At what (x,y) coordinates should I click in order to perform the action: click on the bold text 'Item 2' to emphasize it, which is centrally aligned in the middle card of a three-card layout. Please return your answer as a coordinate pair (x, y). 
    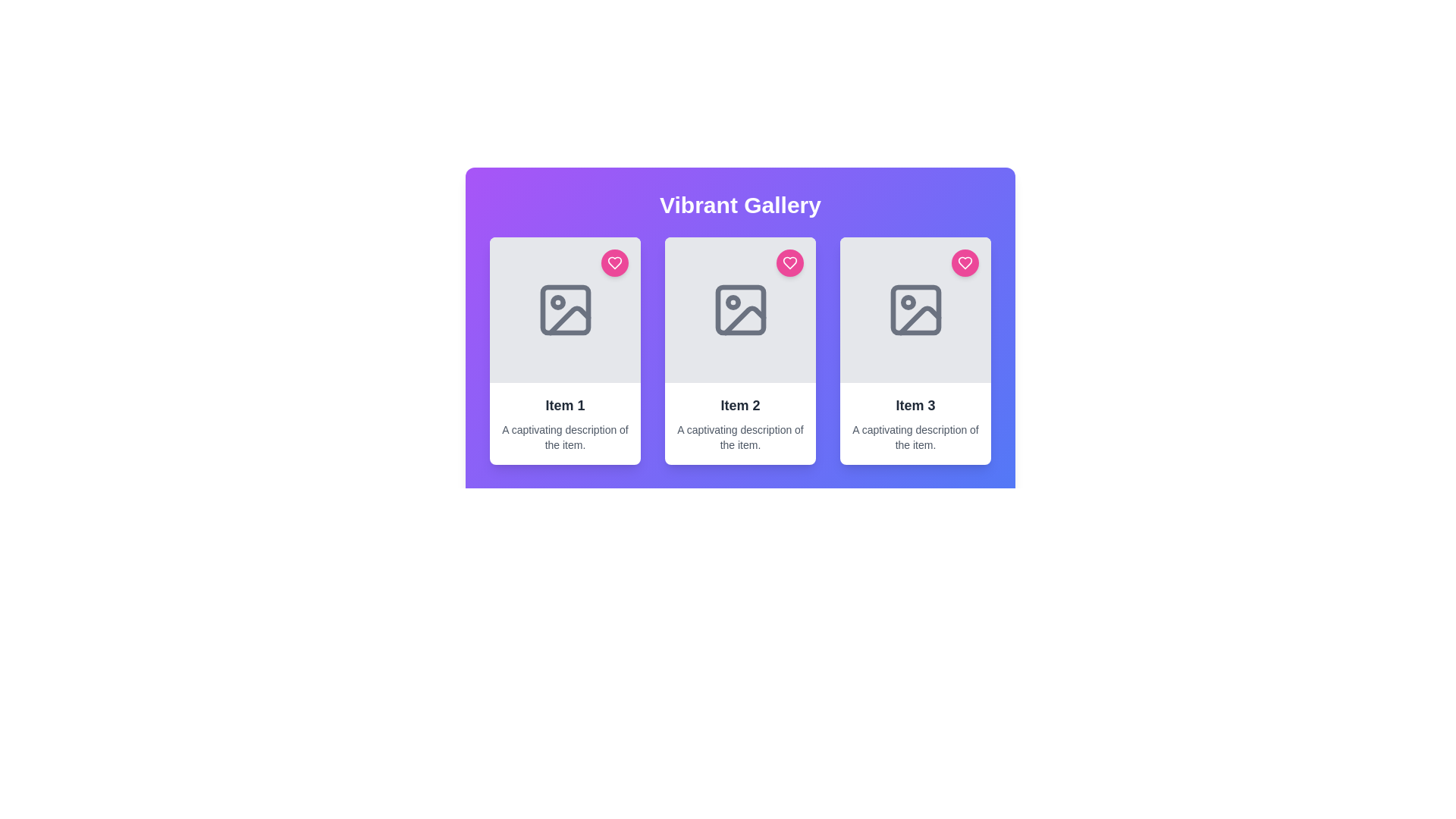
    Looking at the image, I should click on (740, 405).